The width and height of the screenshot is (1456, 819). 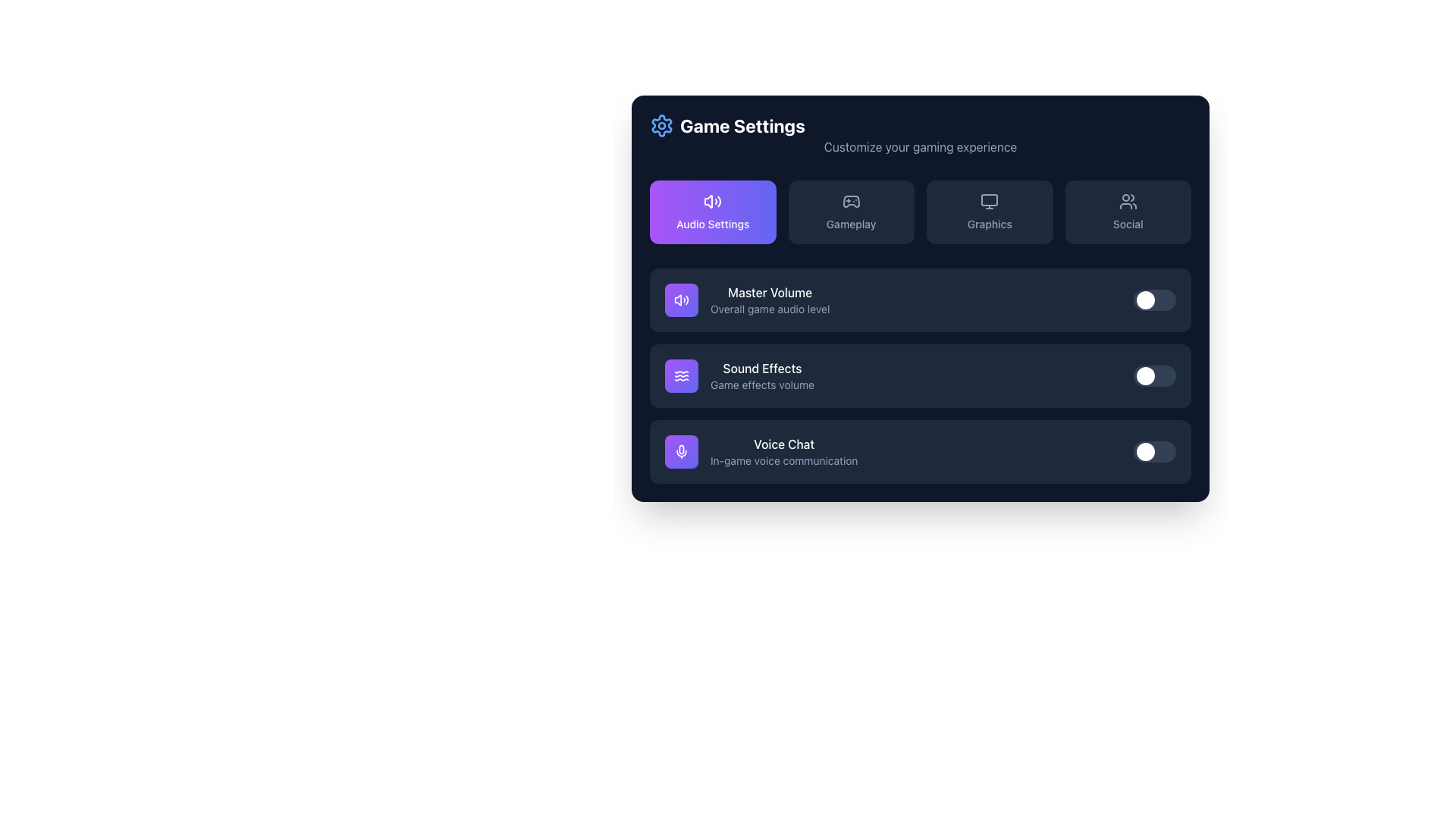 I want to click on the game controller icon located in the 'Gameplay' tab which is positioned next to the 'Audio Settings' tab on the left and the 'Graphics' tab on the right, so click(x=851, y=201).